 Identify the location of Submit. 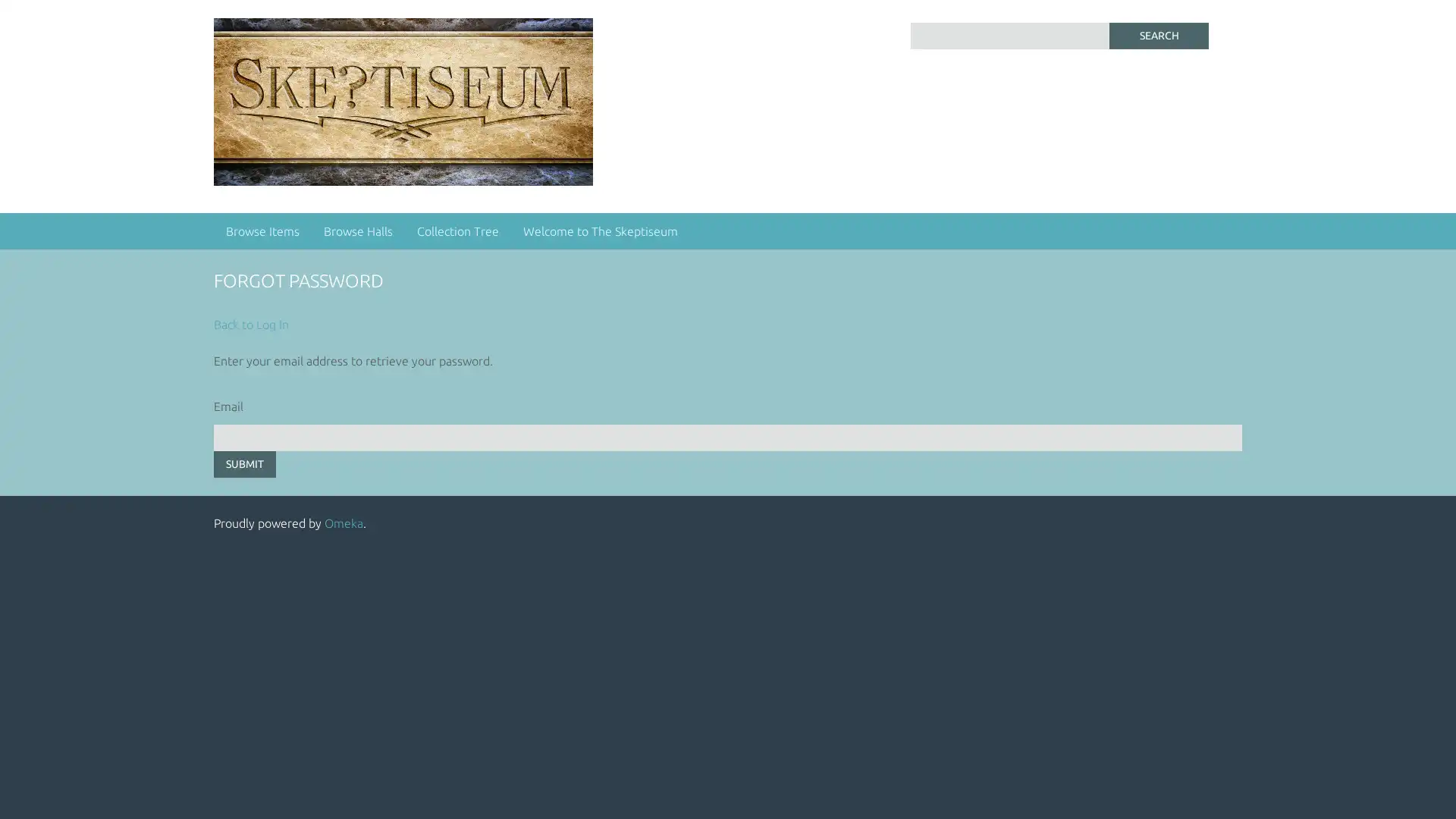
(244, 463).